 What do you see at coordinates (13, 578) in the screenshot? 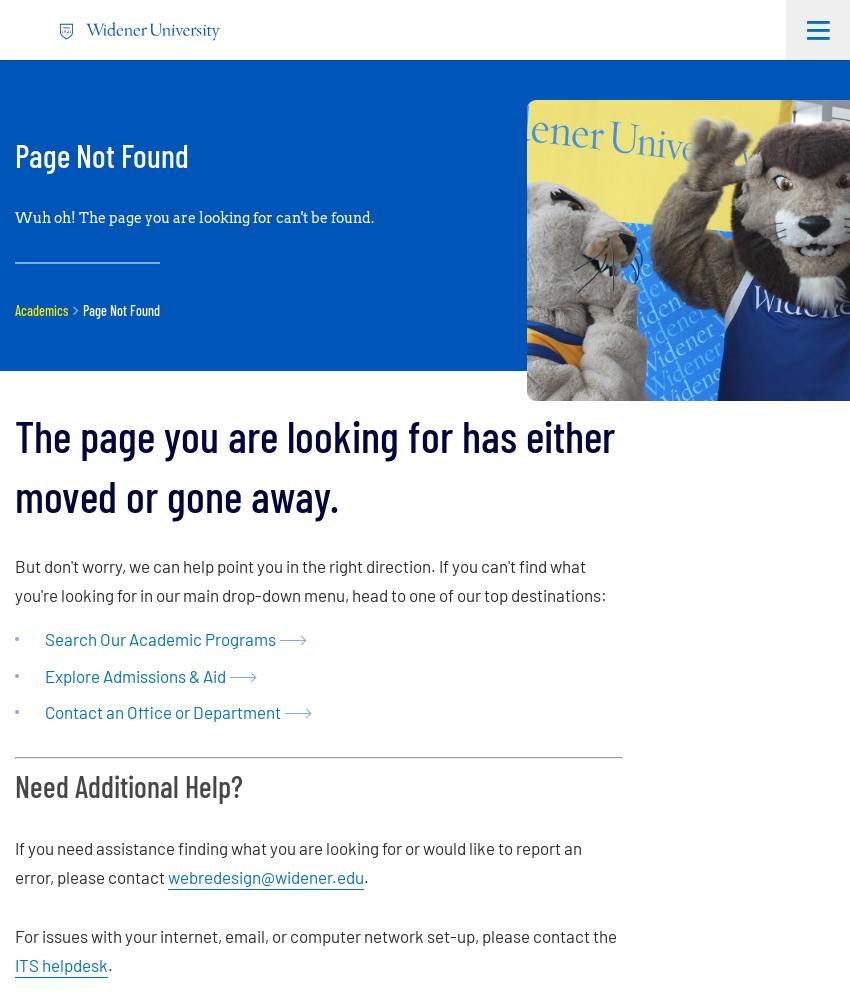
I see `'But don't worry, we can help point you in the right direction. If you can't find what you're looking for in our main drop-down menu, head to one of our top destinations:'` at bounding box center [13, 578].